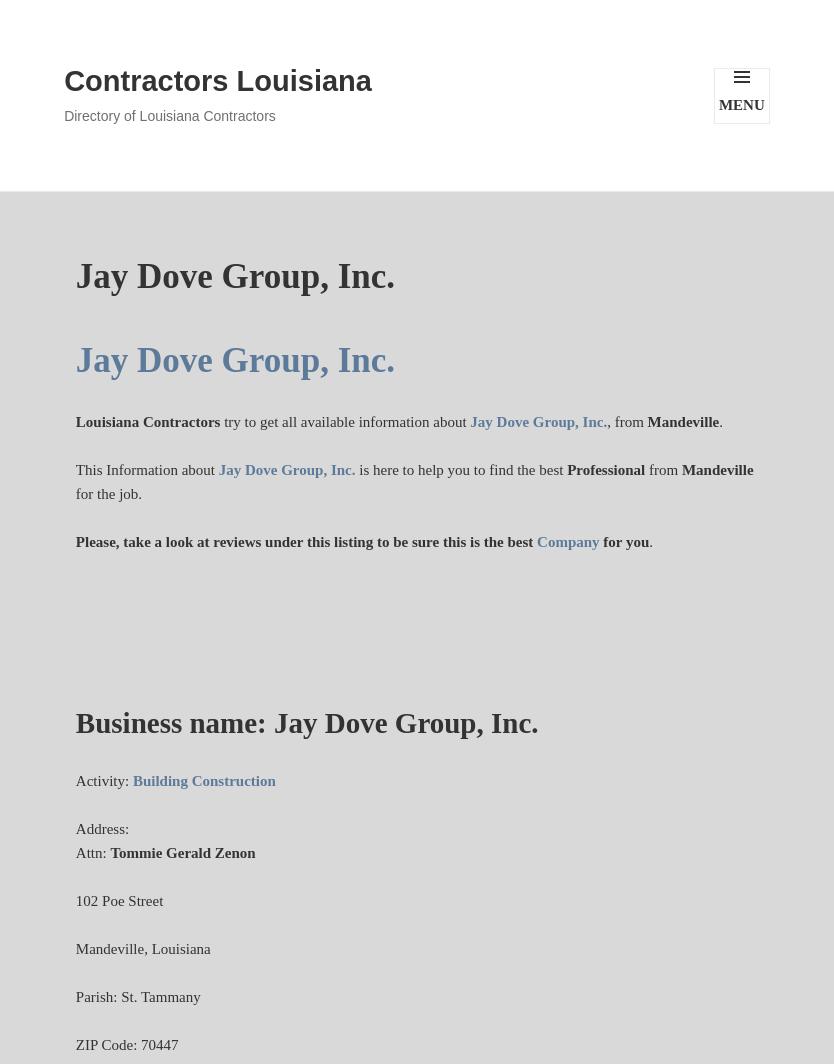  What do you see at coordinates (91, 853) in the screenshot?
I see `'Attn:'` at bounding box center [91, 853].